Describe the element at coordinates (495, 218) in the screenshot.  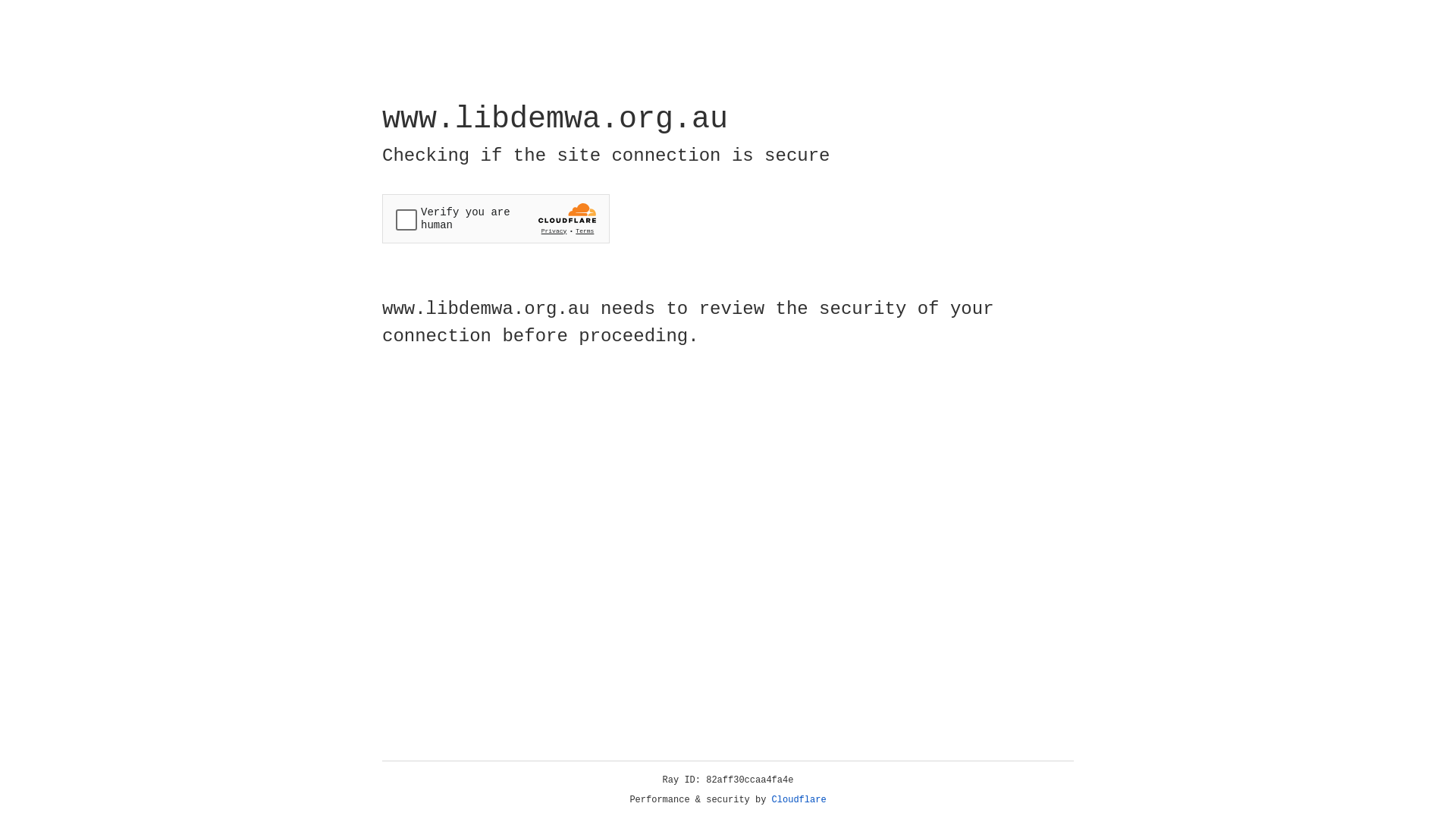
I see `'Widget containing a Cloudflare security challenge'` at that location.